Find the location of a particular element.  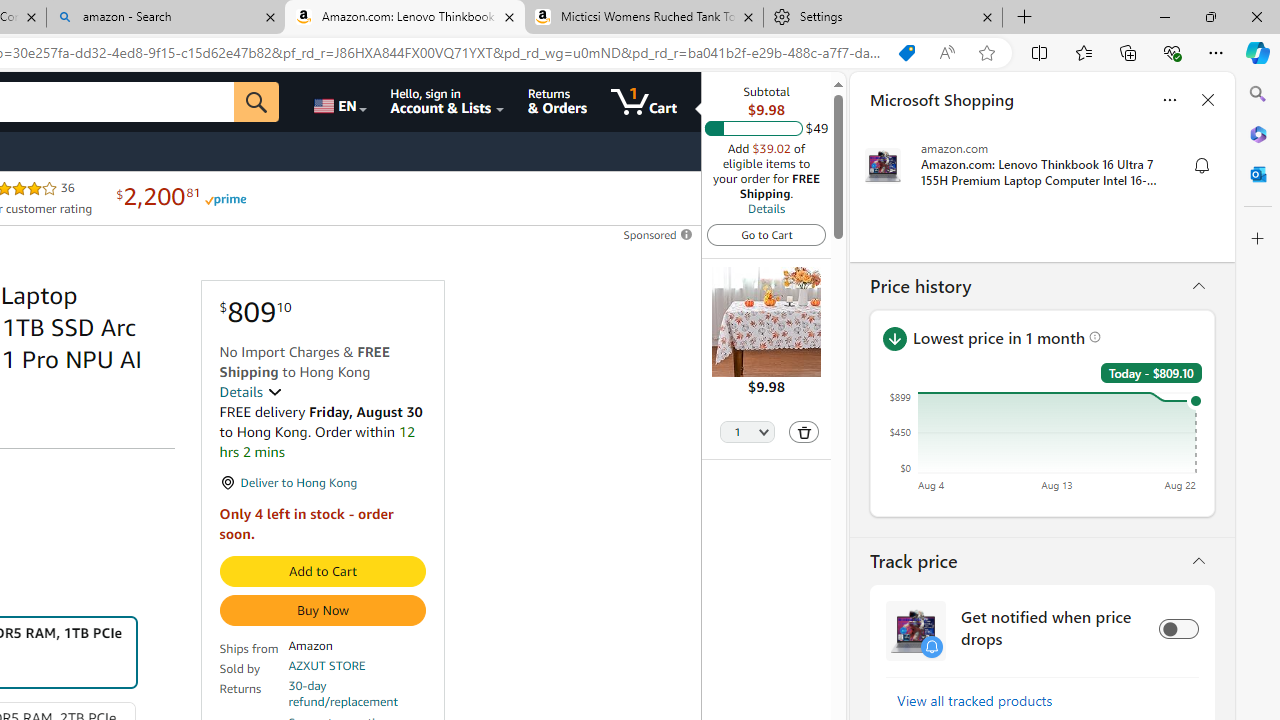

'1 item in cart' is located at coordinates (643, 101).